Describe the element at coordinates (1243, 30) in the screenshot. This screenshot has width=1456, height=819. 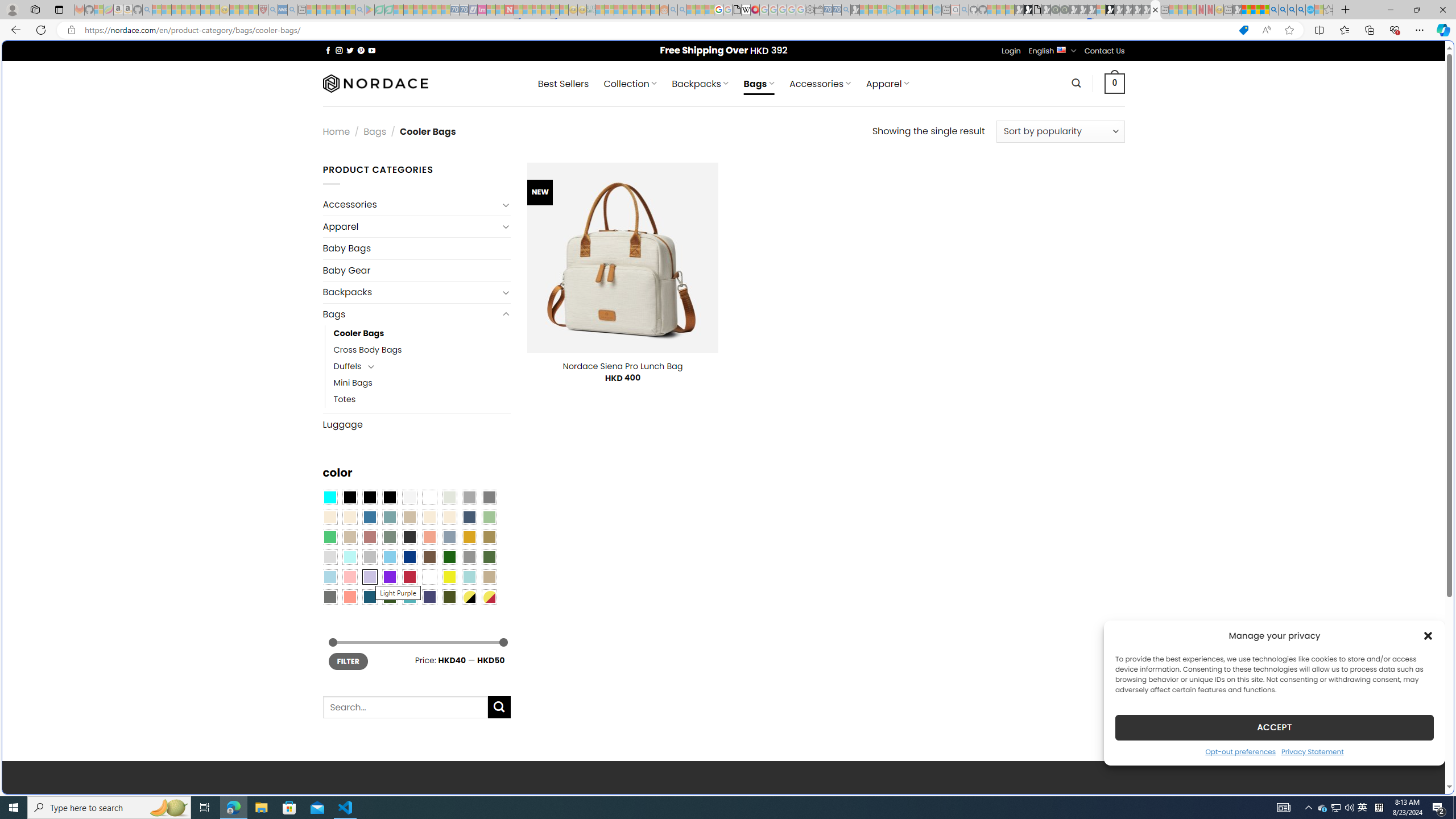
I see `'This site has coupons! Shopping in Microsoft Edge'` at that location.